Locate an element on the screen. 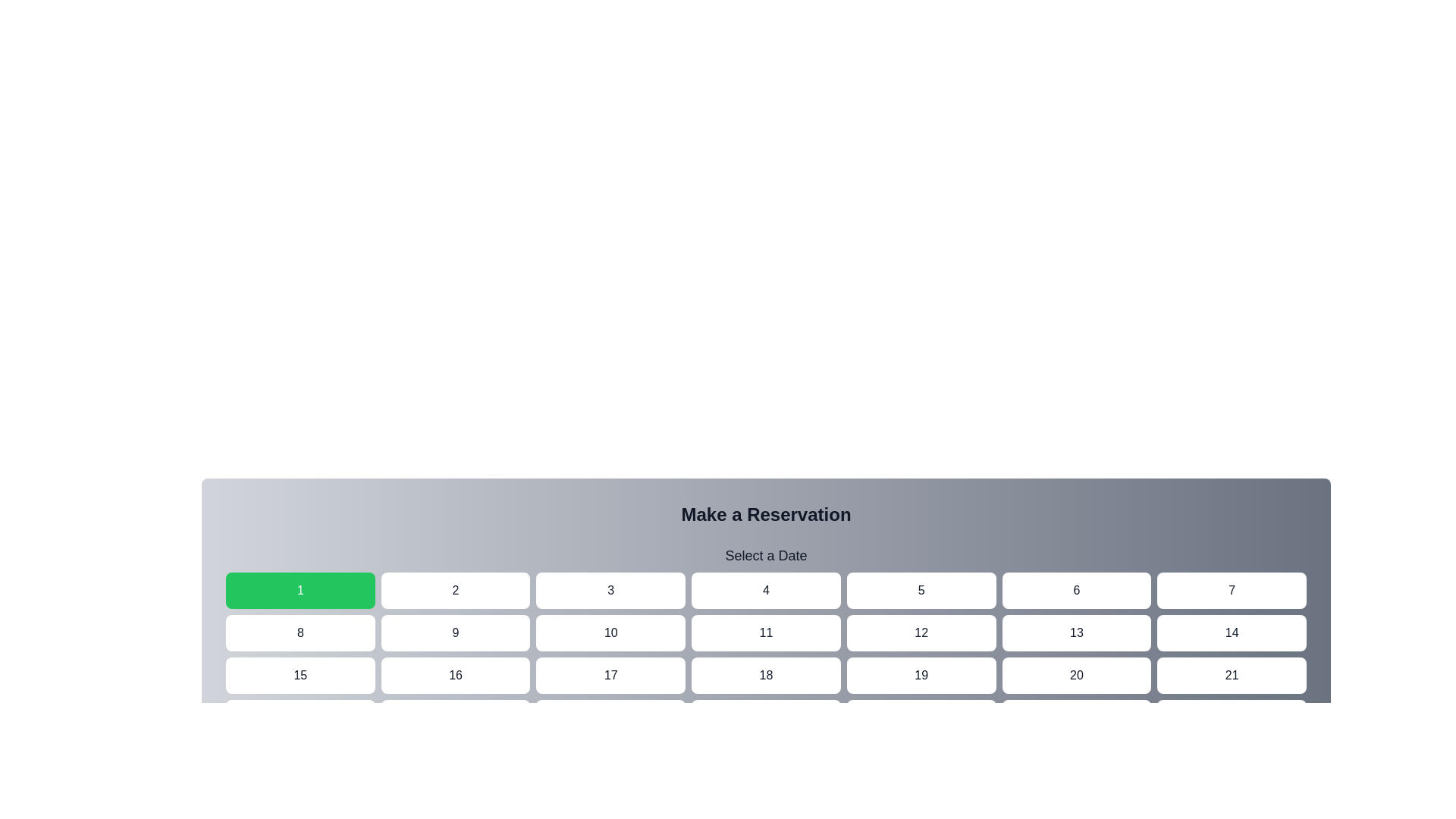  the button for selecting the 17th day is located at coordinates (610, 675).